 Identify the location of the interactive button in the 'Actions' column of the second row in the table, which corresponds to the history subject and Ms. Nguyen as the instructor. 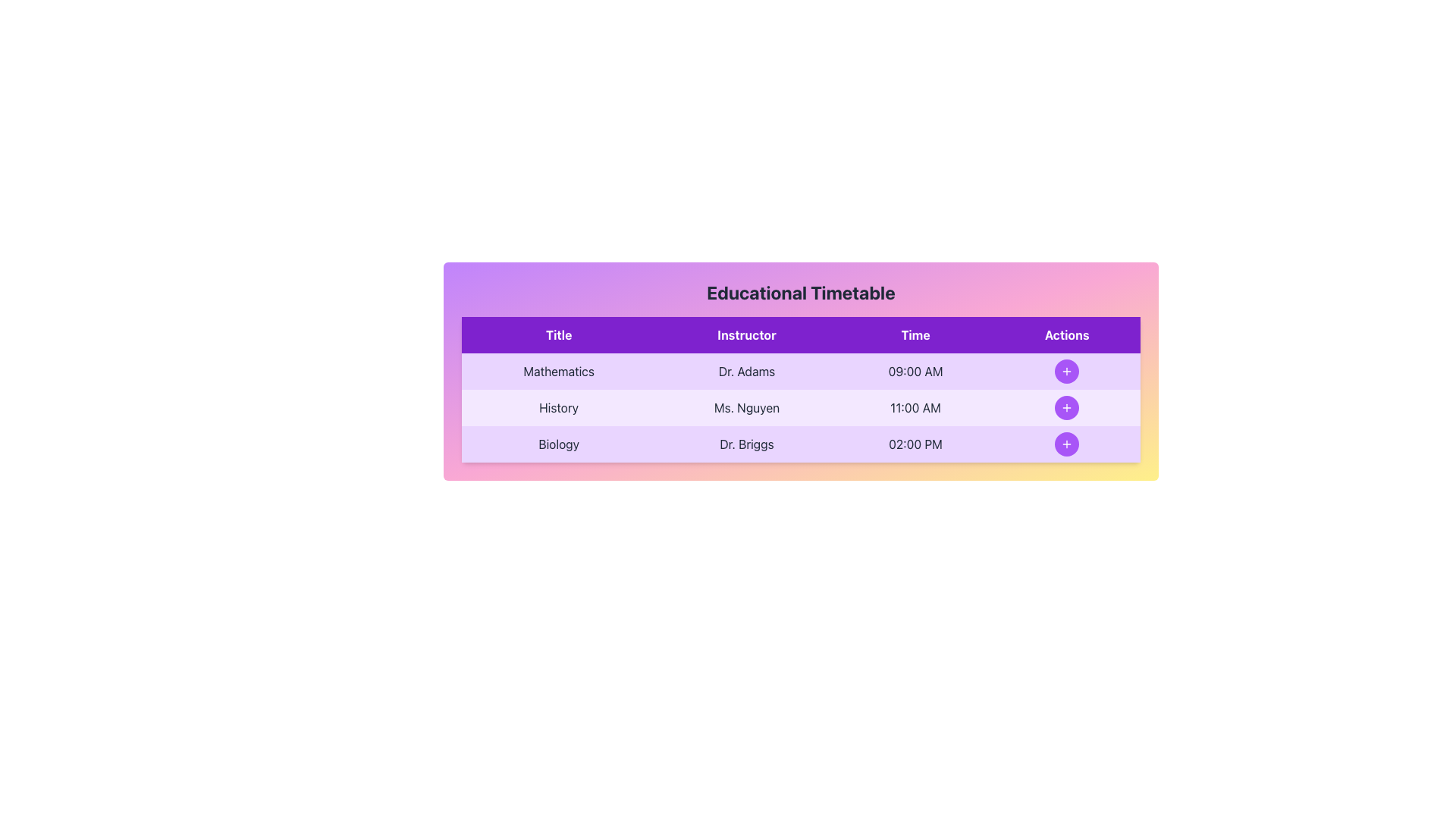
(1066, 406).